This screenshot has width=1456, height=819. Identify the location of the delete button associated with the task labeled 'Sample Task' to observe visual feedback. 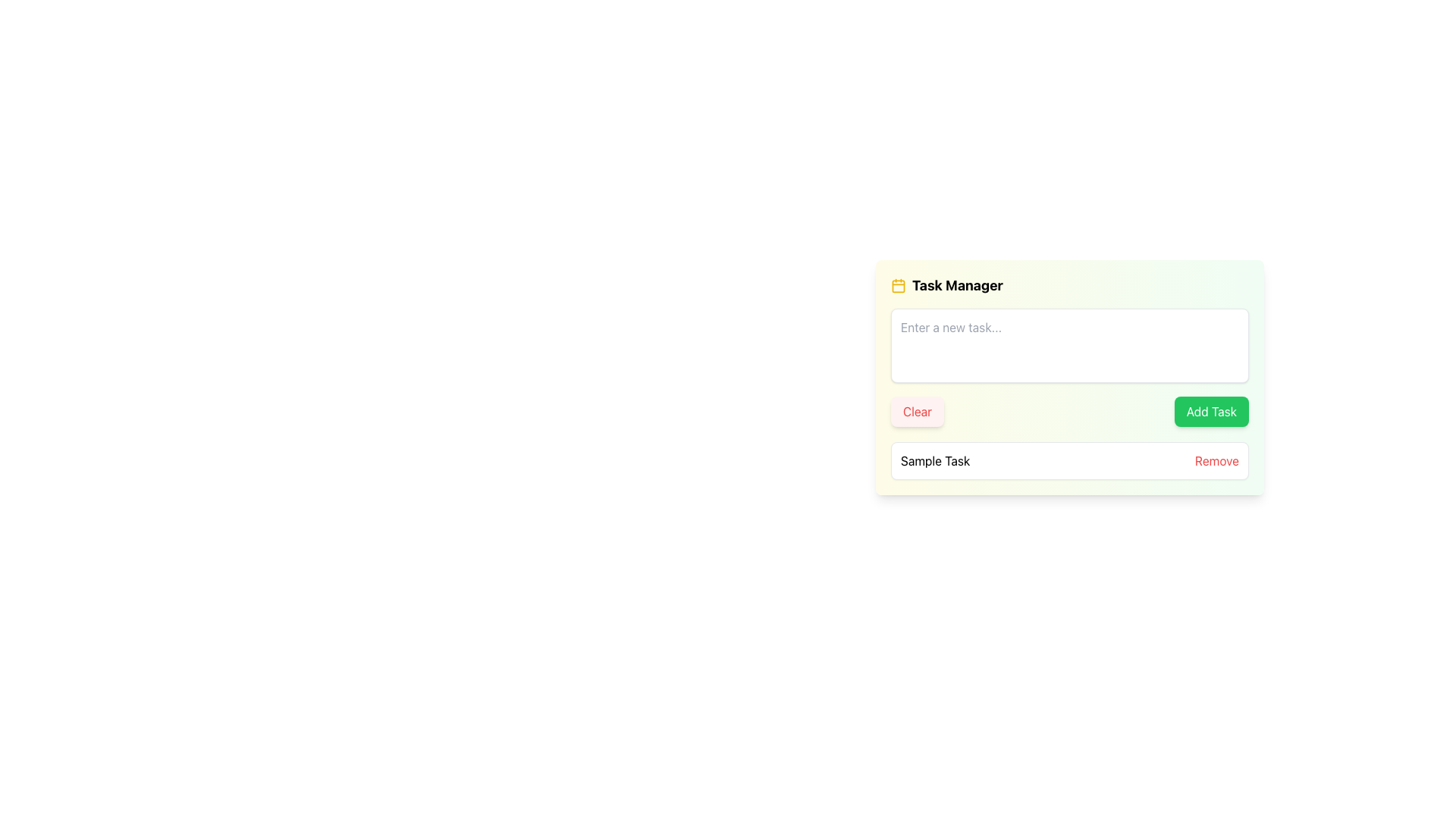
(1216, 460).